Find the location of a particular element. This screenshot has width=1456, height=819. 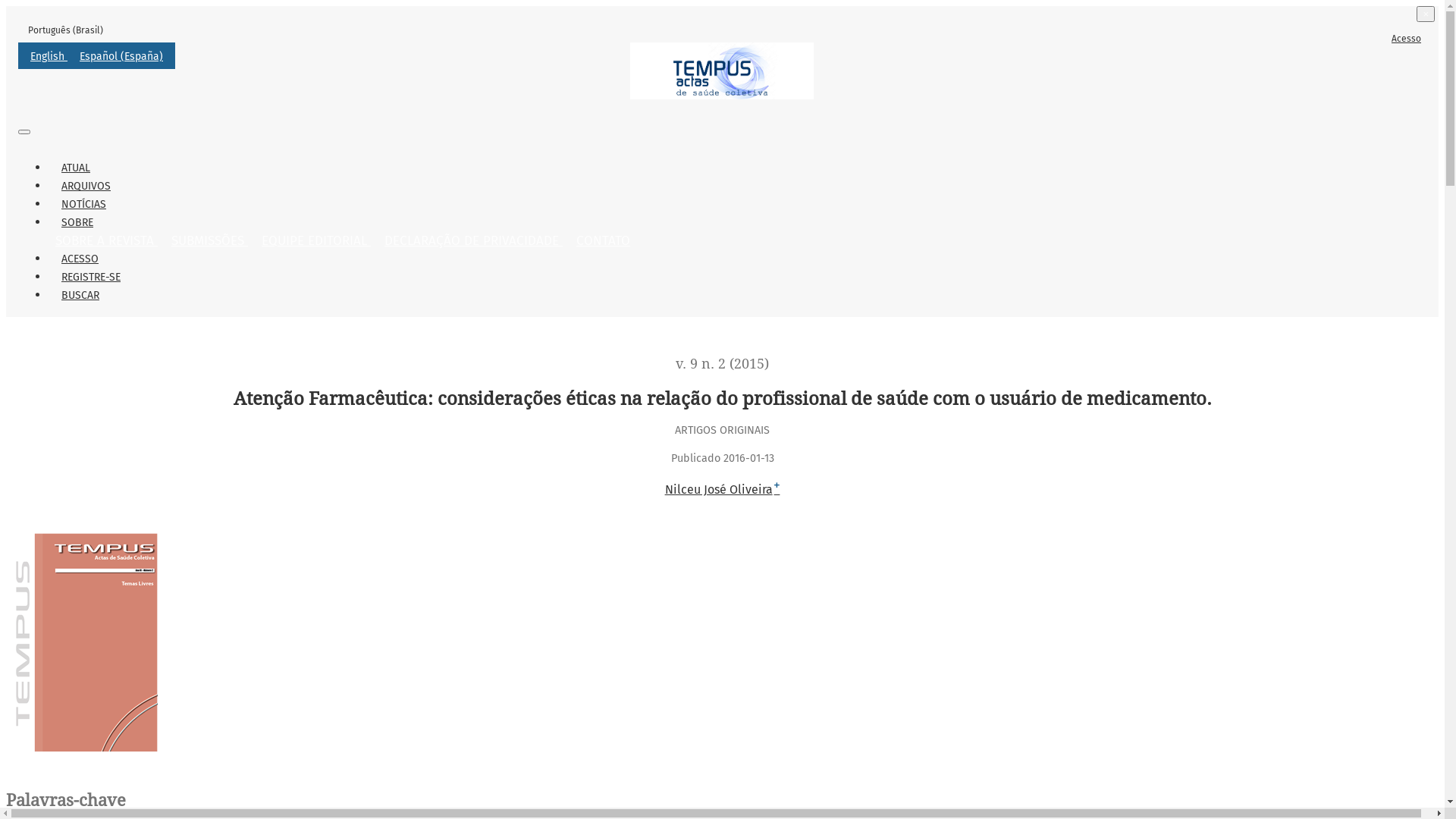

'BUSCAR' is located at coordinates (79, 295).